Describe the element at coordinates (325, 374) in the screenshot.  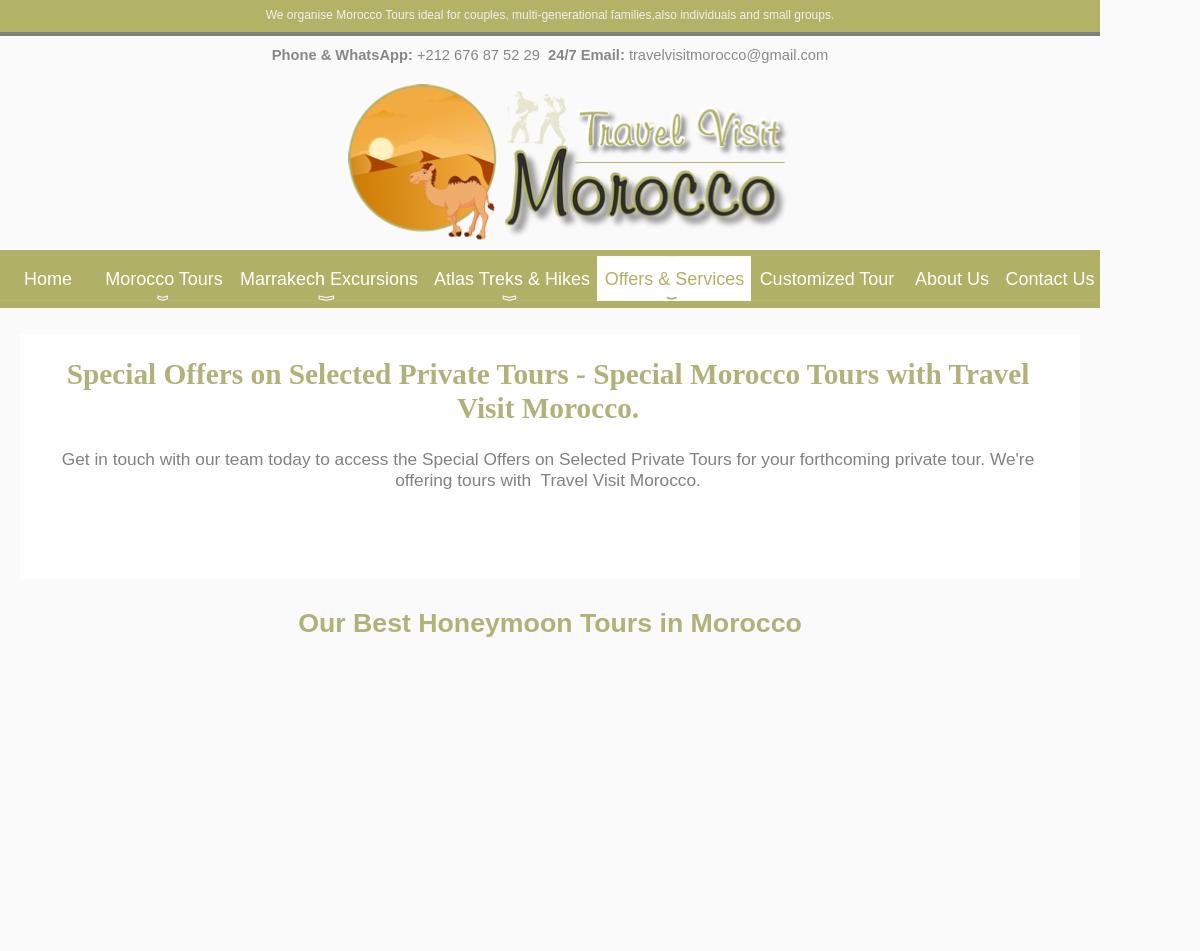
I see `'Special Offers on Selected Private Tours -'` at that location.